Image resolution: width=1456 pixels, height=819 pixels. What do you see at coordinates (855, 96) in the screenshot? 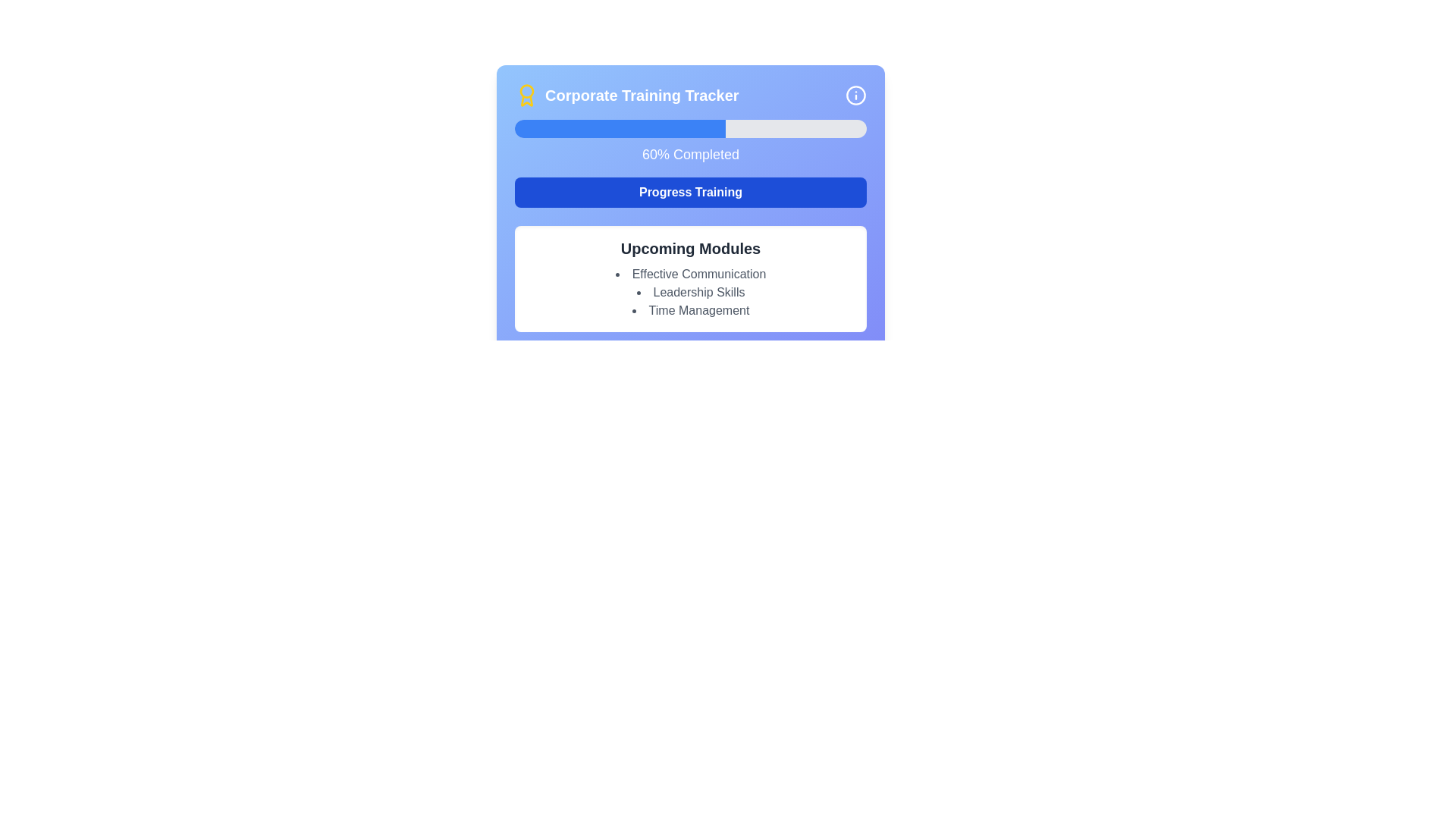
I see `the help icon located in the top-right corner adjacent to the 'Corporate Training Tracker' title` at bounding box center [855, 96].